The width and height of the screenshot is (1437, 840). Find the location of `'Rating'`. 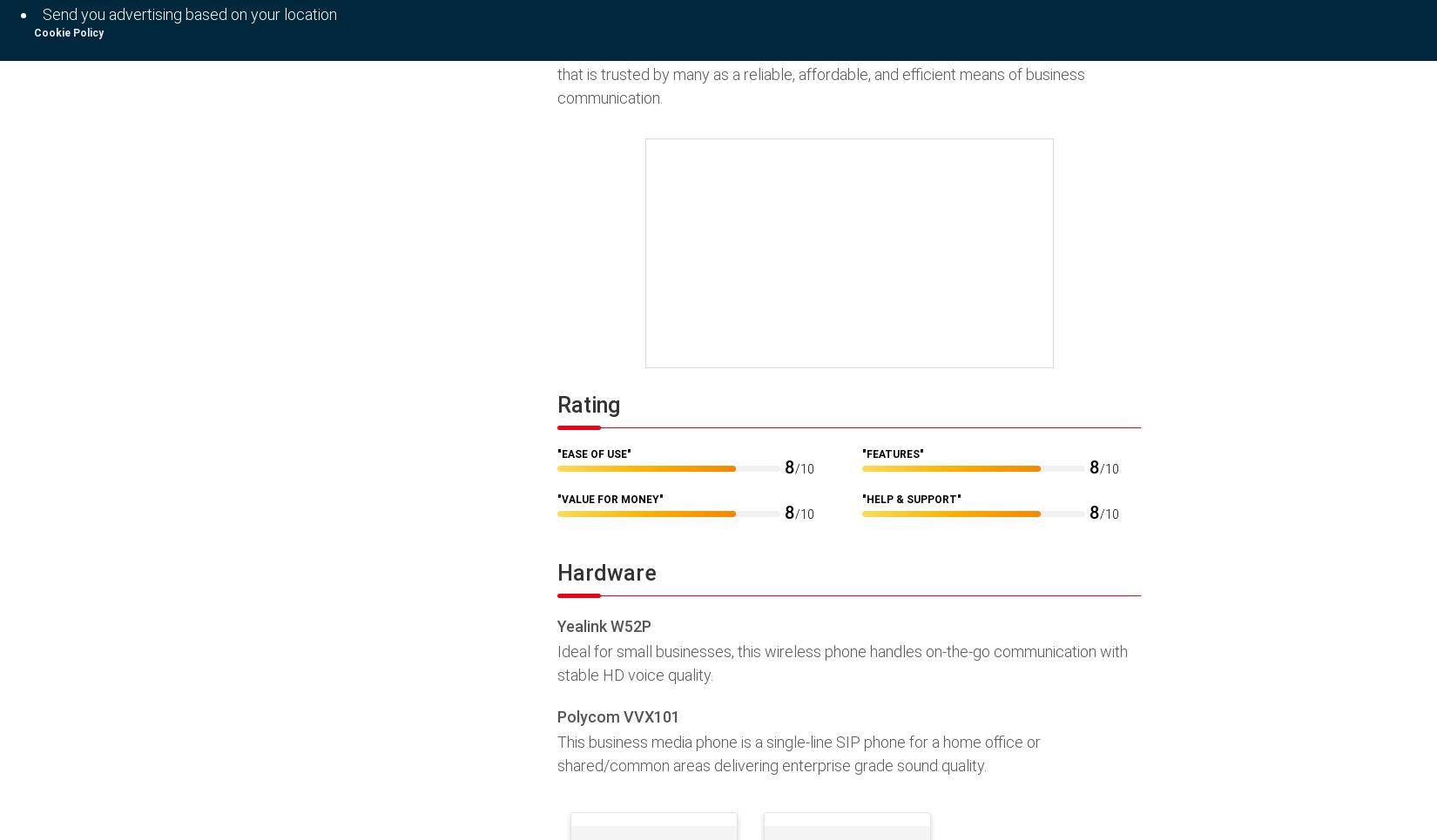

'Rating' is located at coordinates (588, 404).